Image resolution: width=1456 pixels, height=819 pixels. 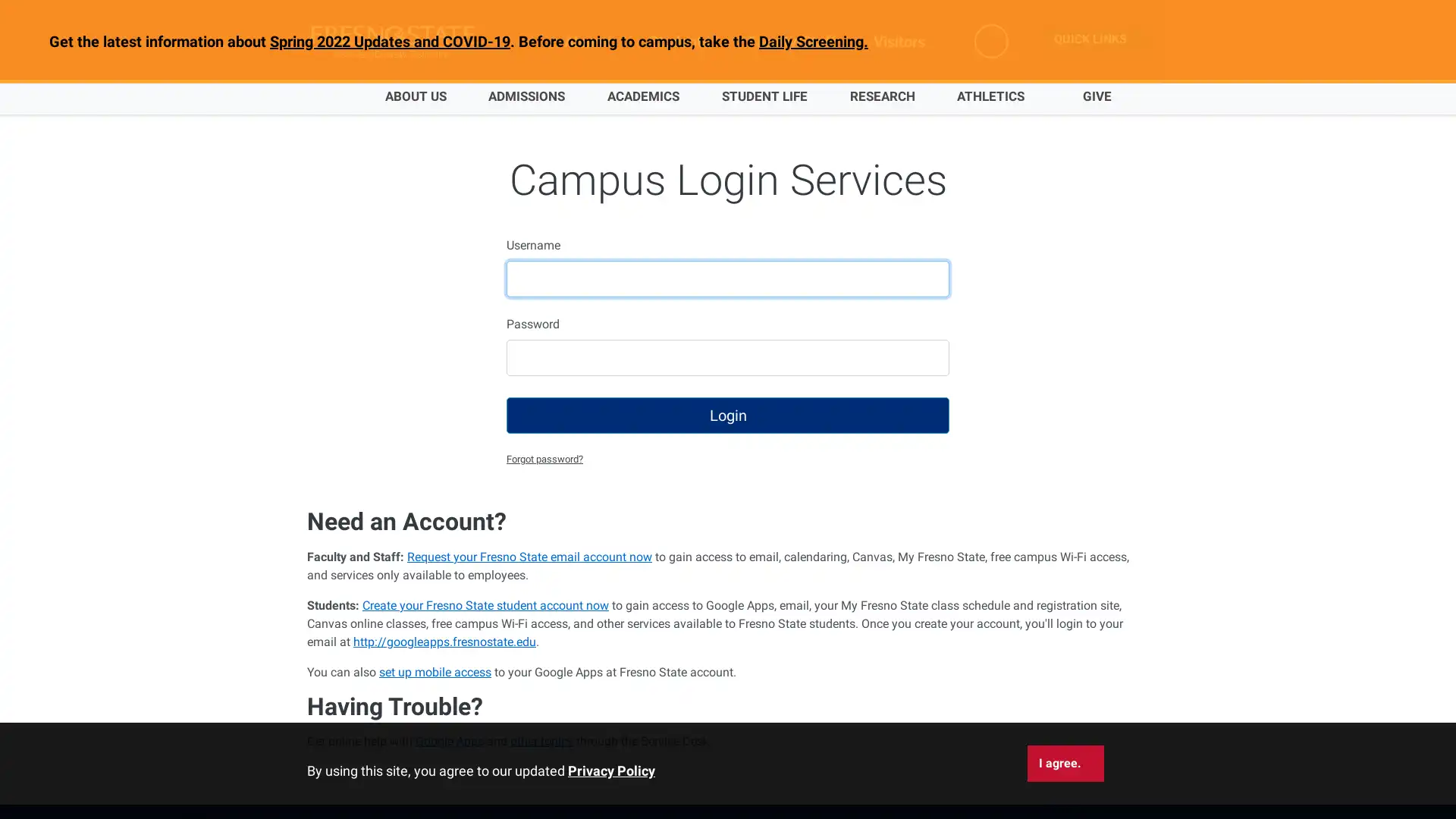 I want to click on QUICK LINKS, so click(x=1096, y=38).